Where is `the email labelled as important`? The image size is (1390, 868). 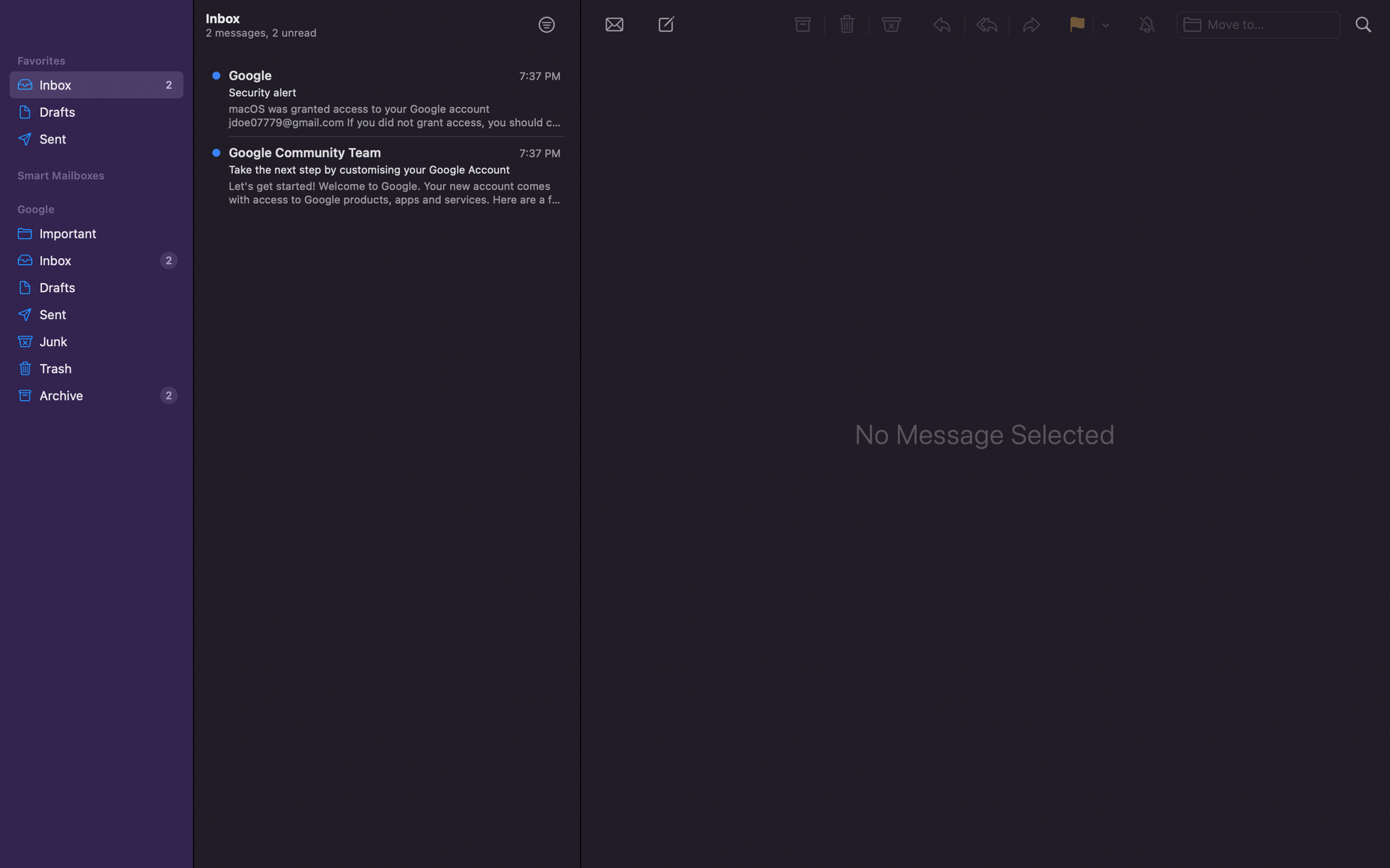 the email labelled as important is located at coordinates (94, 231).